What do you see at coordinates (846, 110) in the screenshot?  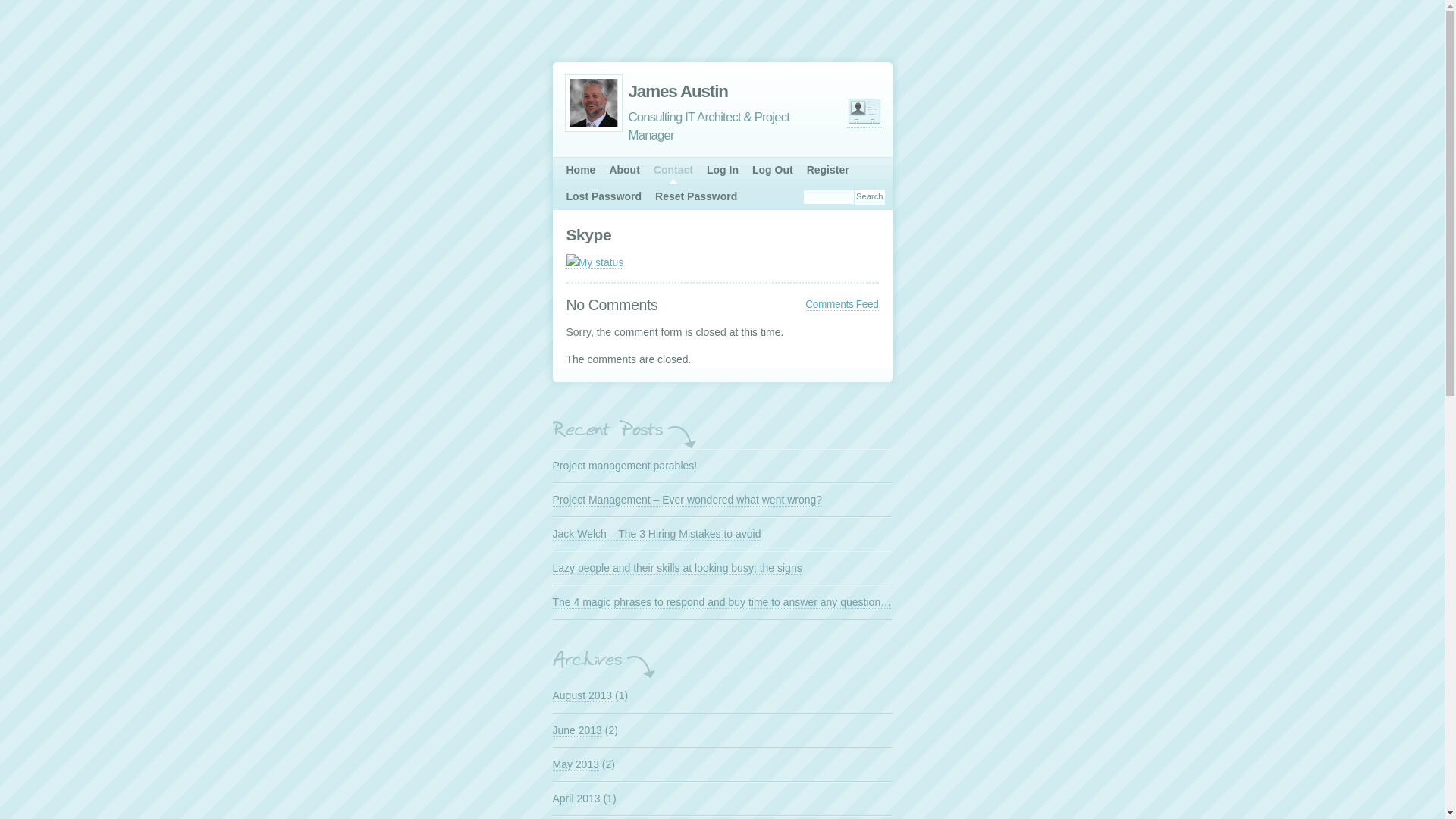 I see `'Download vCard'` at bounding box center [846, 110].